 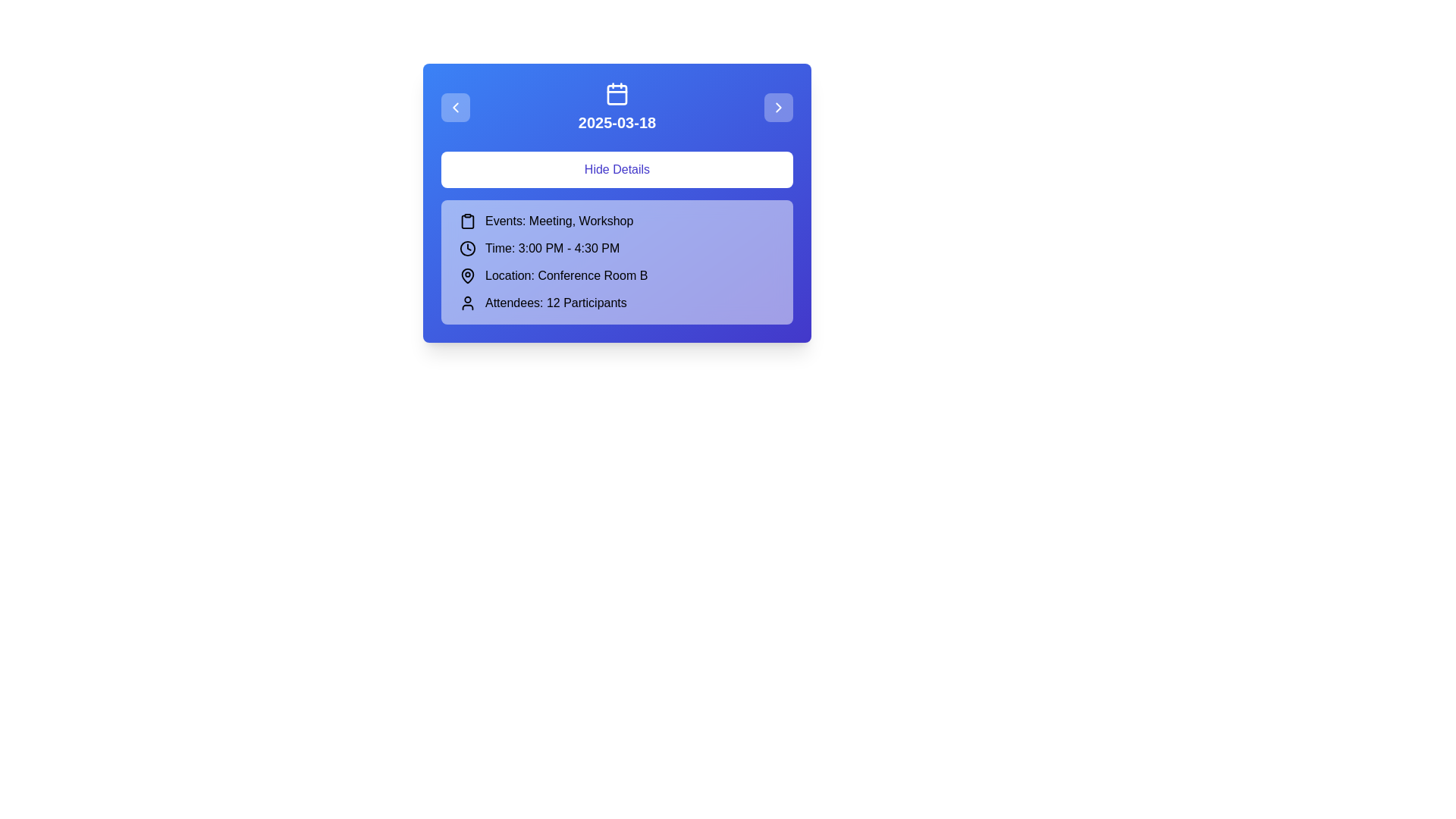 I want to click on the icon associated with the 'Events' text, which is part of an SVG element located near the top left of a highlighted information block, so click(x=467, y=221).